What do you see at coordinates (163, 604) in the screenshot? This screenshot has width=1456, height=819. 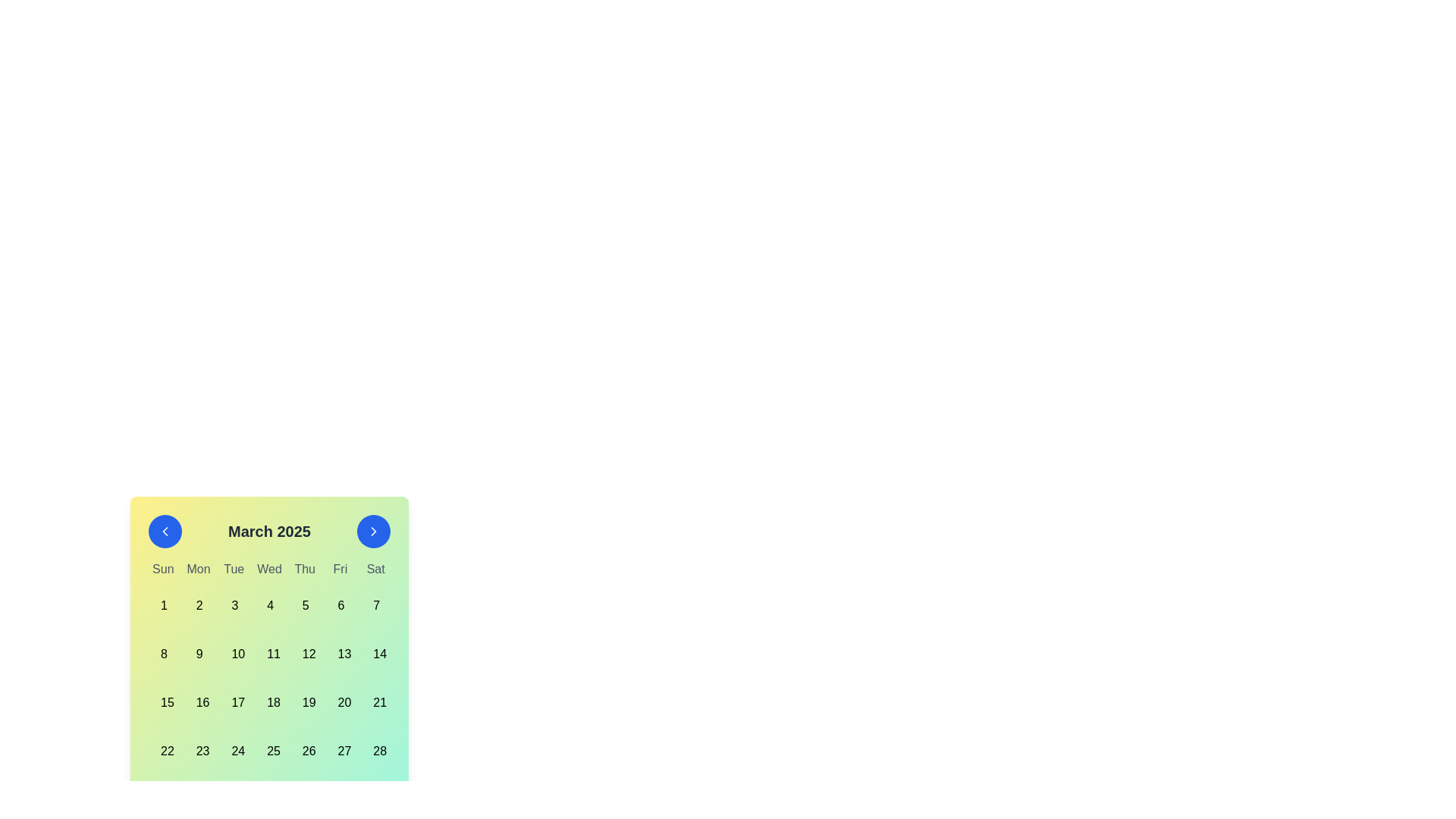 I see `the first day of the month cell in the calendar grid` at bounding box center [163, 604].